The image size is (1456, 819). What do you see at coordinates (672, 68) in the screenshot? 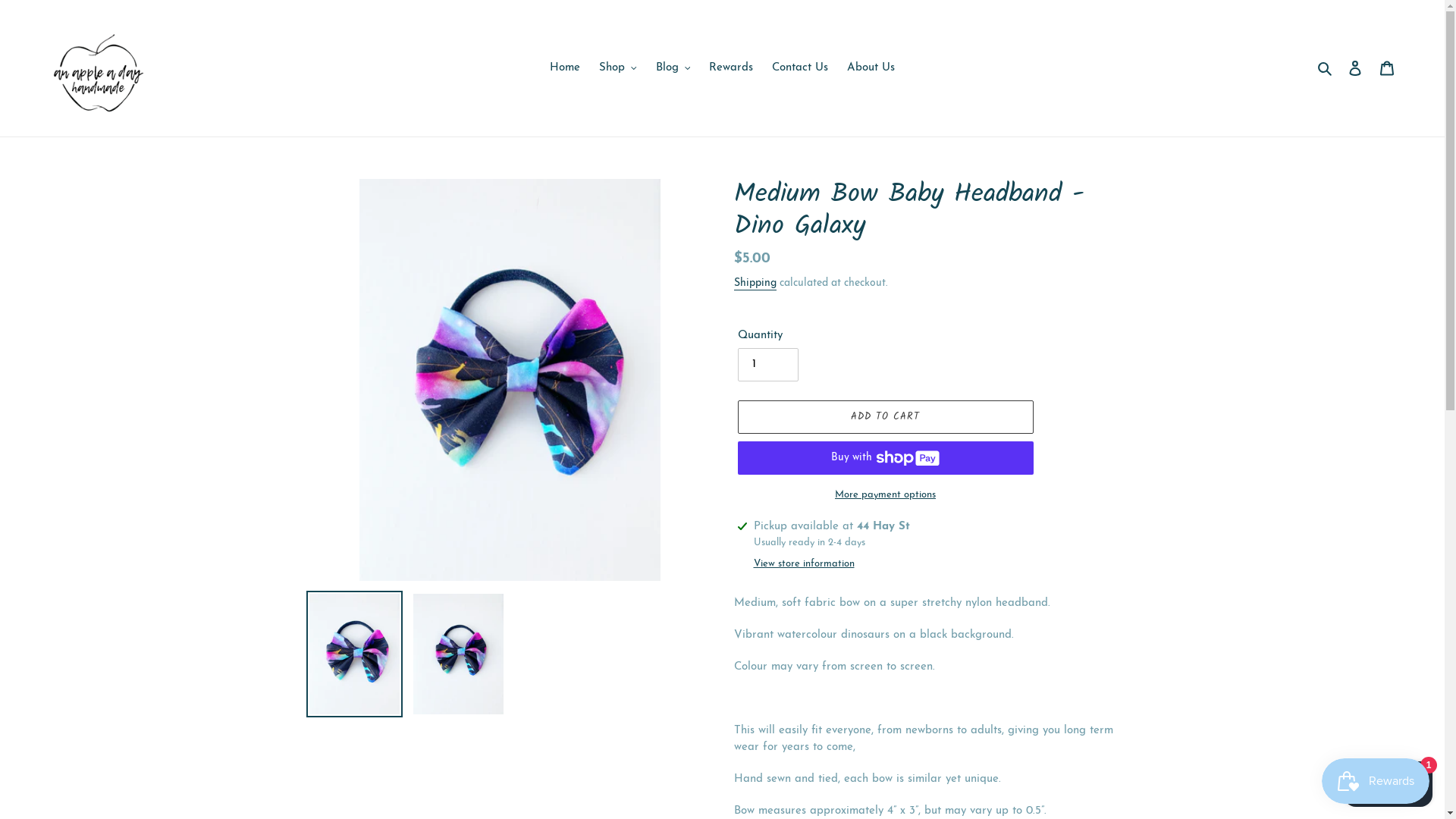
I see `'Blog'` at bounding box center [672, 68].